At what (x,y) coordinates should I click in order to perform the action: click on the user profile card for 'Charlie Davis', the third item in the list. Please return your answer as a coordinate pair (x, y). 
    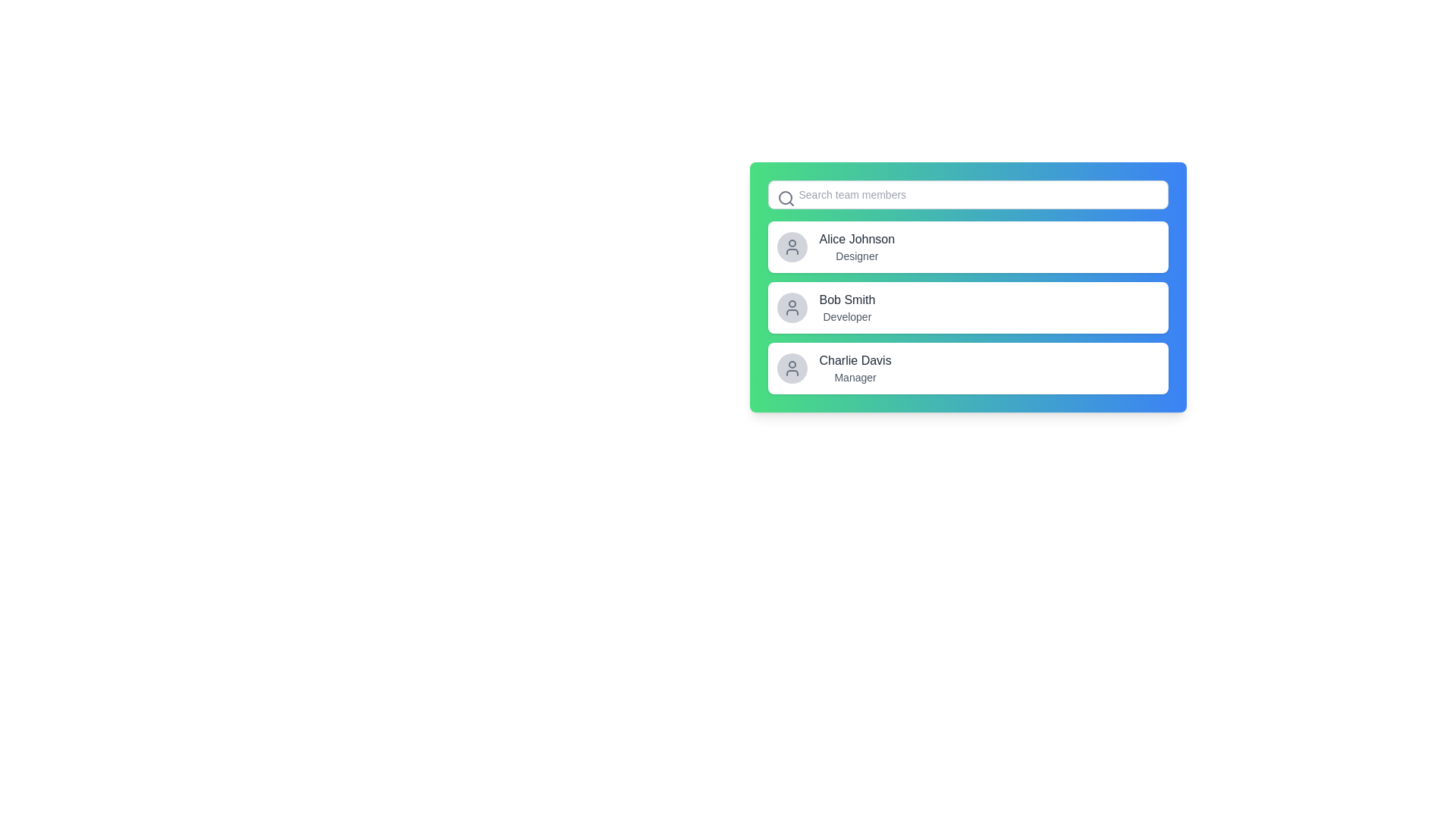
    Looking at the image, I should click on (967, 369).